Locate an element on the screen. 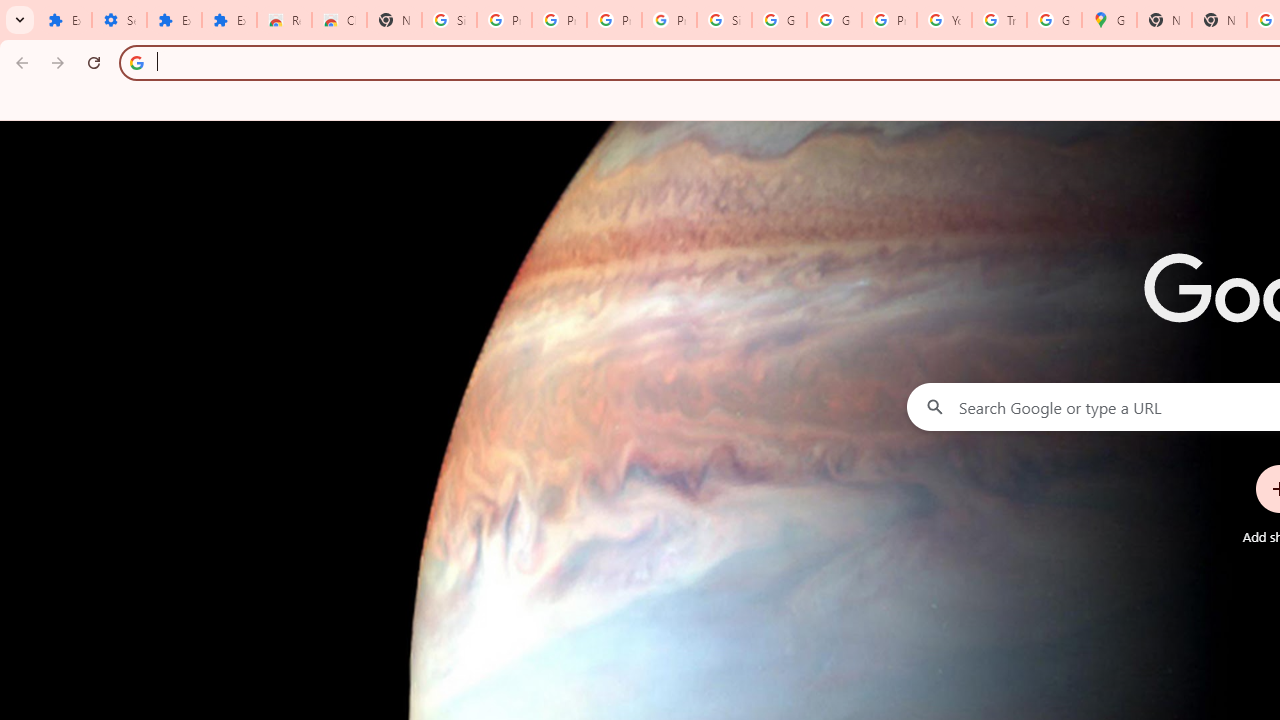 The image size is (1280, 720). 'Reviews: Helix Fruit Jump Arcade Game' is located at coordinates (283, 20).